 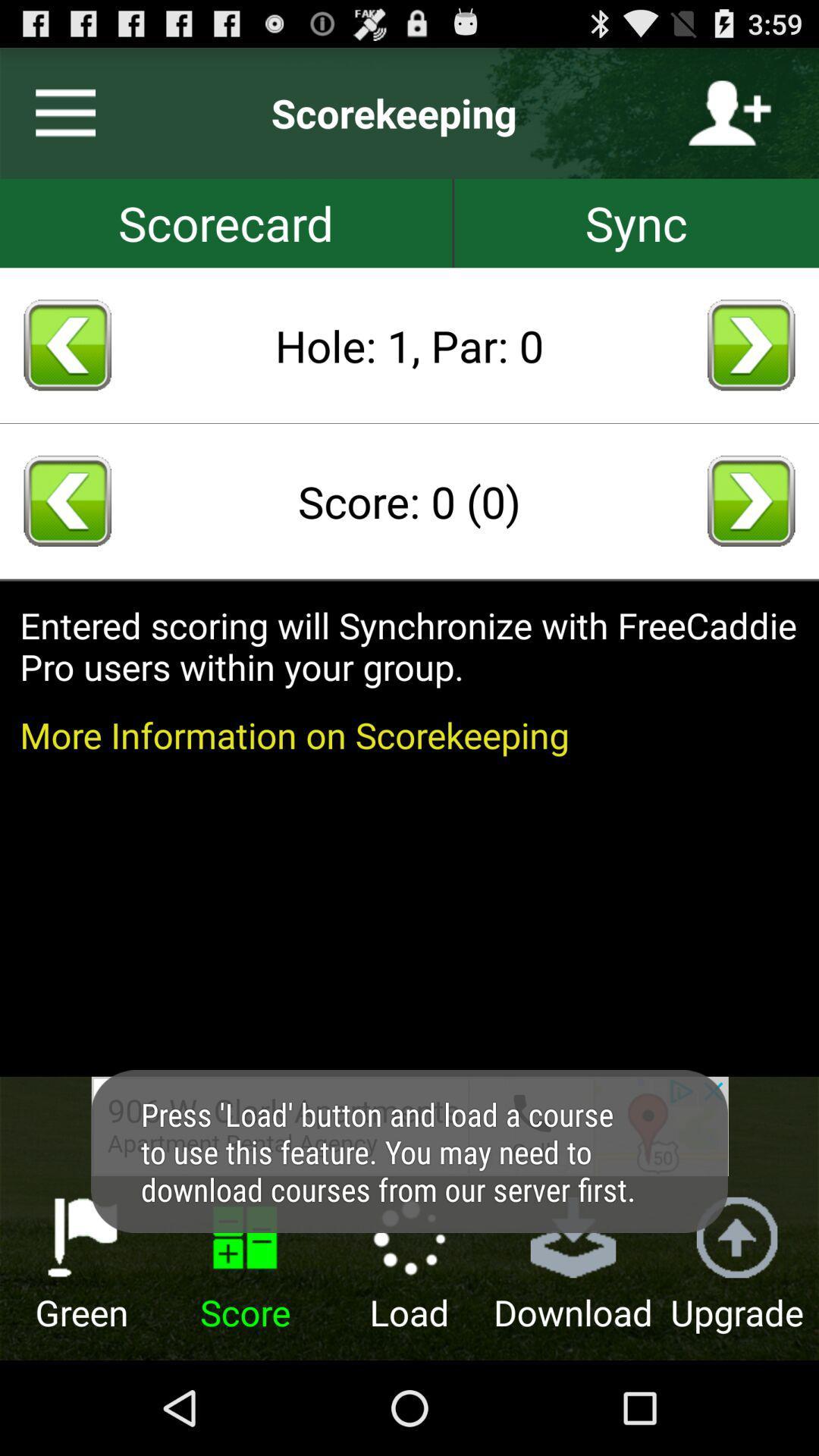 What do you see at coordinates (752, 501) in the screenshot?
I see `the button which is next to the score 00` at bounding box center [752, 501].